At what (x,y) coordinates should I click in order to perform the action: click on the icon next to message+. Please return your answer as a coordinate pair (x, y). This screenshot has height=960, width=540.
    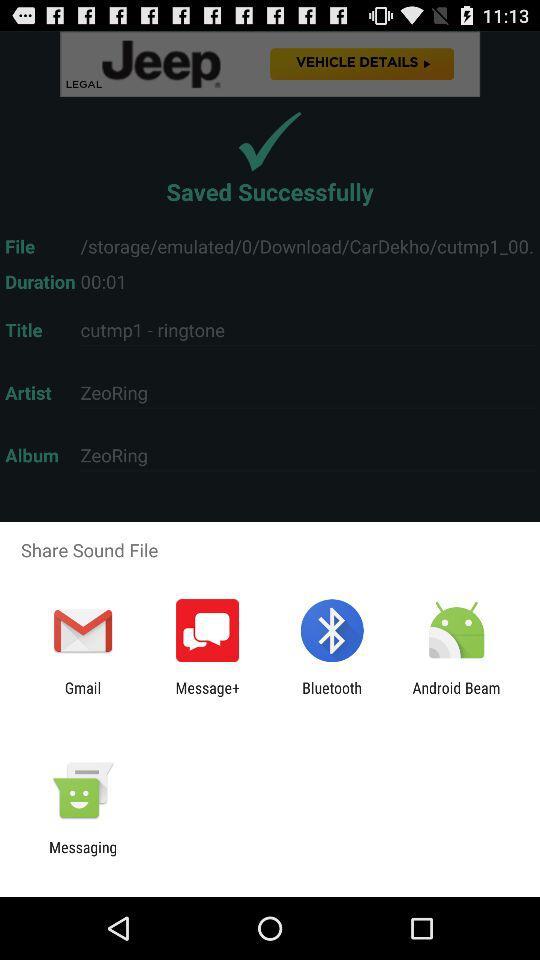
    Looking at the image, I should click on (82, 696).